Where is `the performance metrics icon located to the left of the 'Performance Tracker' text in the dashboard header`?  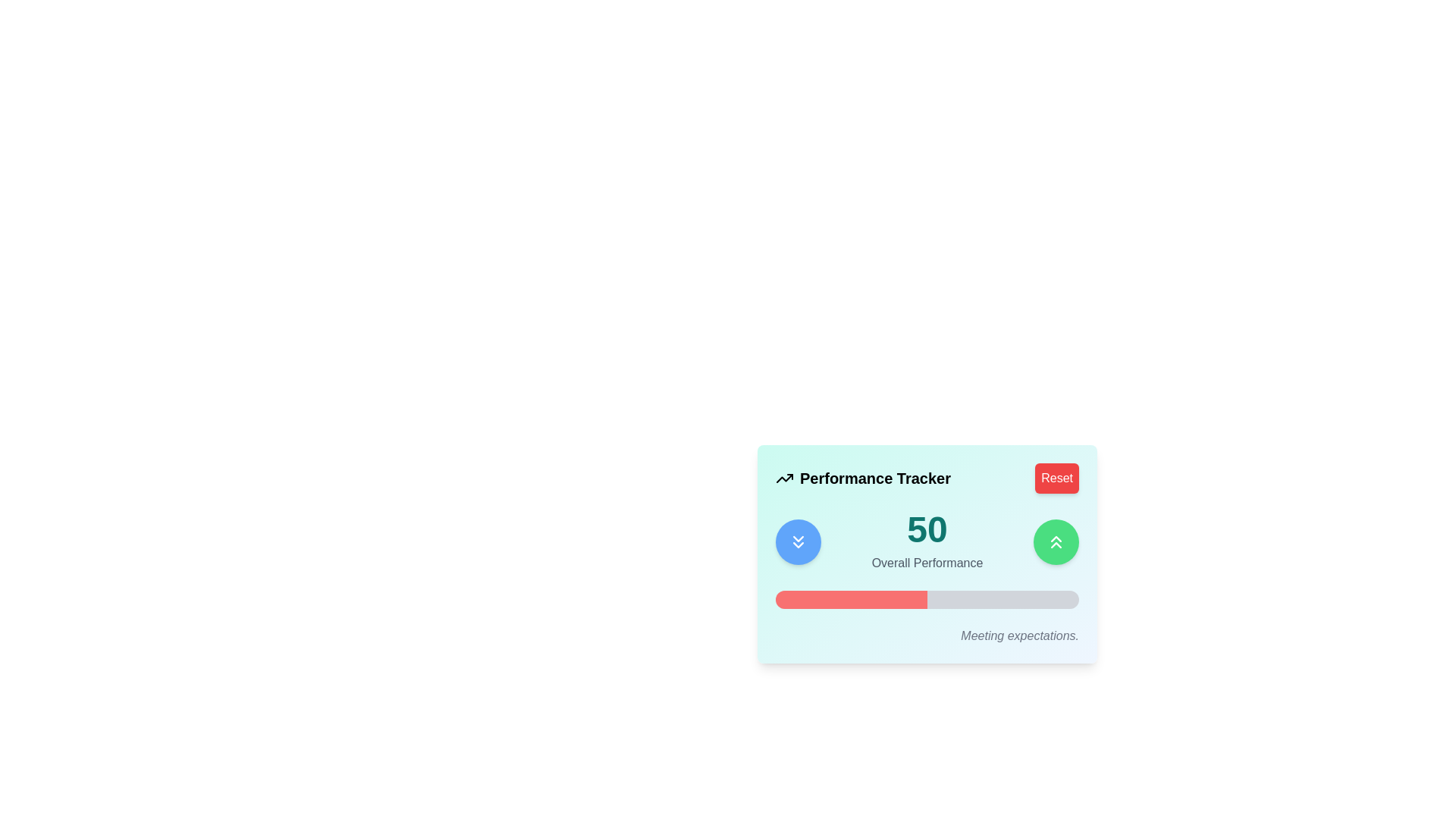
the performance metrics icon located to the left of the 'Performance Tracker' text in the dashboard header is located at coordinates (785, 479).